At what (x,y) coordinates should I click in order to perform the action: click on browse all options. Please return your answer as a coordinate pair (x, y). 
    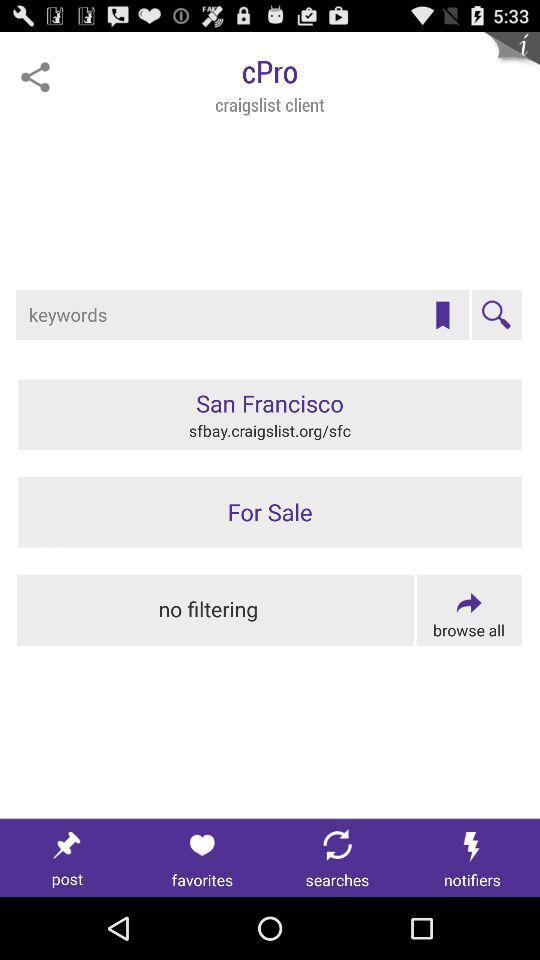
    Looking at the image, I should click on (469, 609).